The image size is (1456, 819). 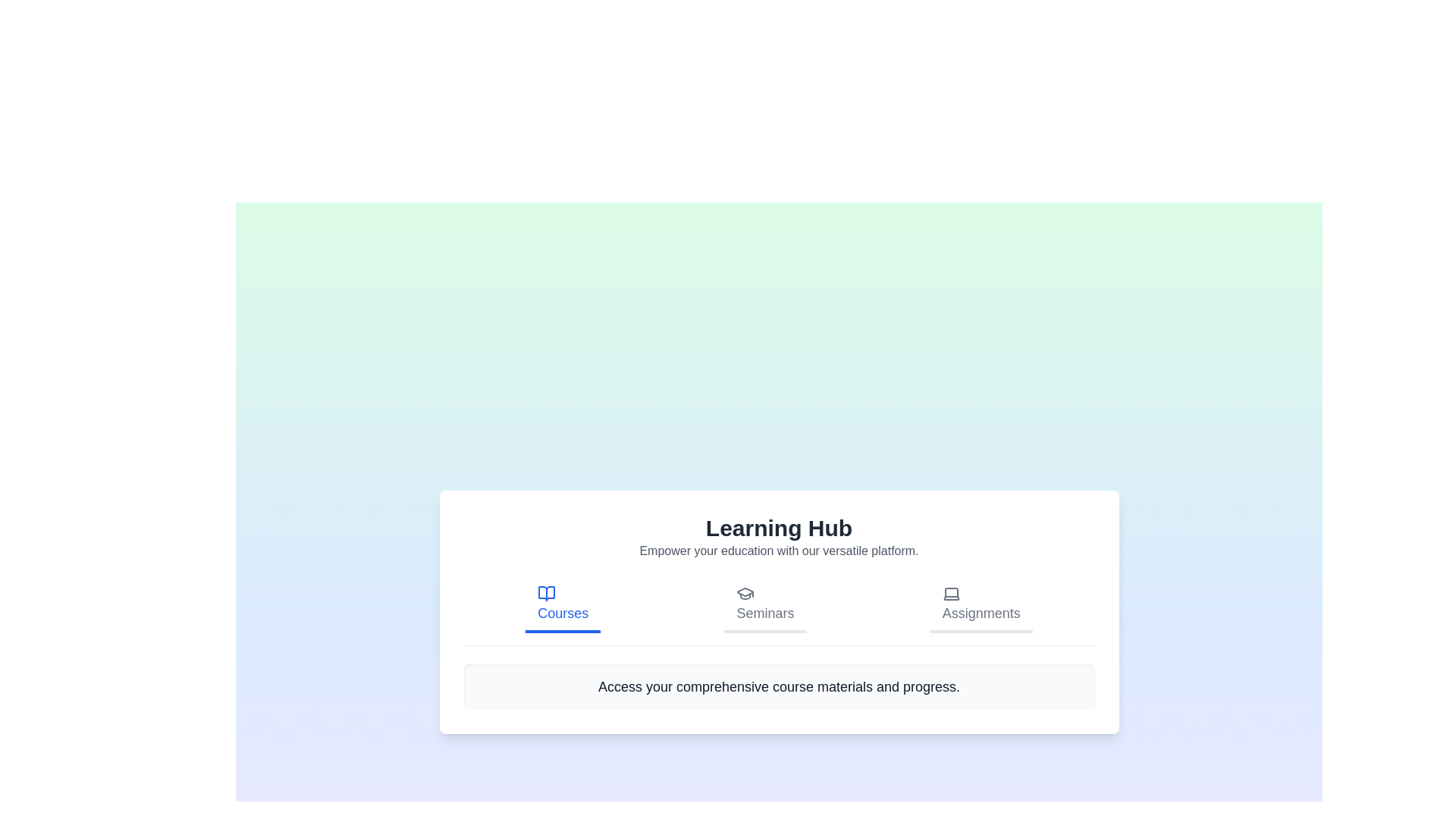 I want to click on the 'Assignments' button in the navigation bar, so click(x=981, y=604).